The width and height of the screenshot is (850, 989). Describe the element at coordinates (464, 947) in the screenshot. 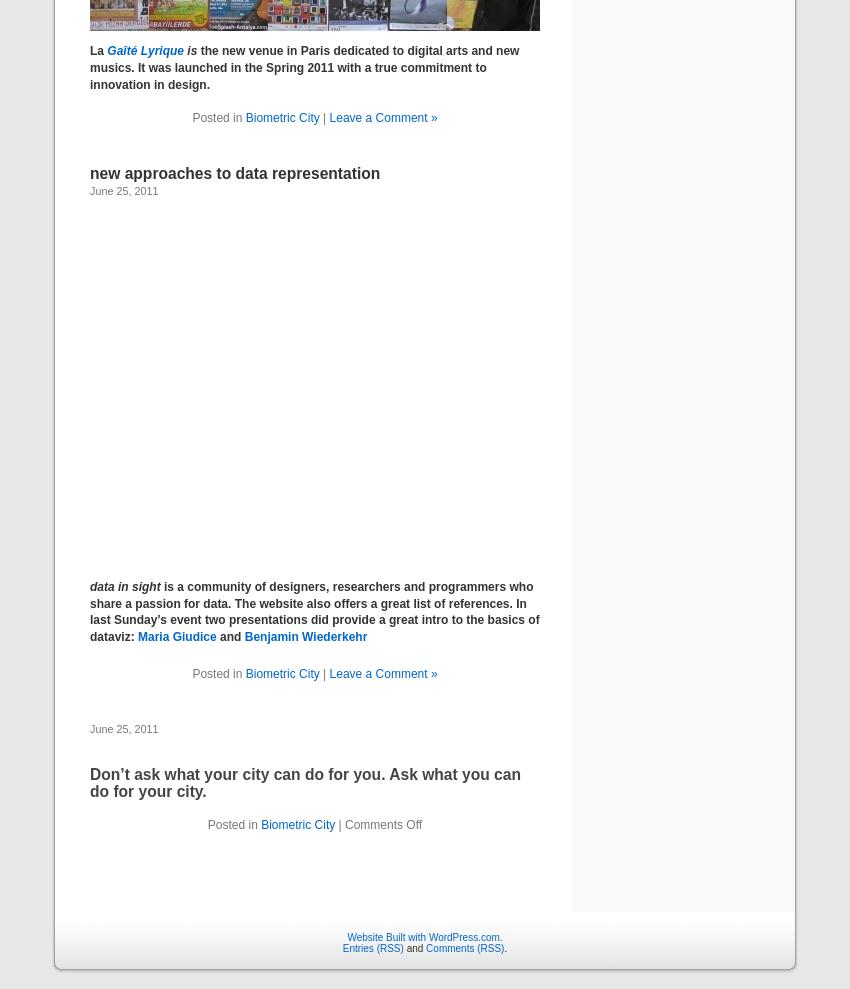

I see `'Comments (RSS)'` at that location.